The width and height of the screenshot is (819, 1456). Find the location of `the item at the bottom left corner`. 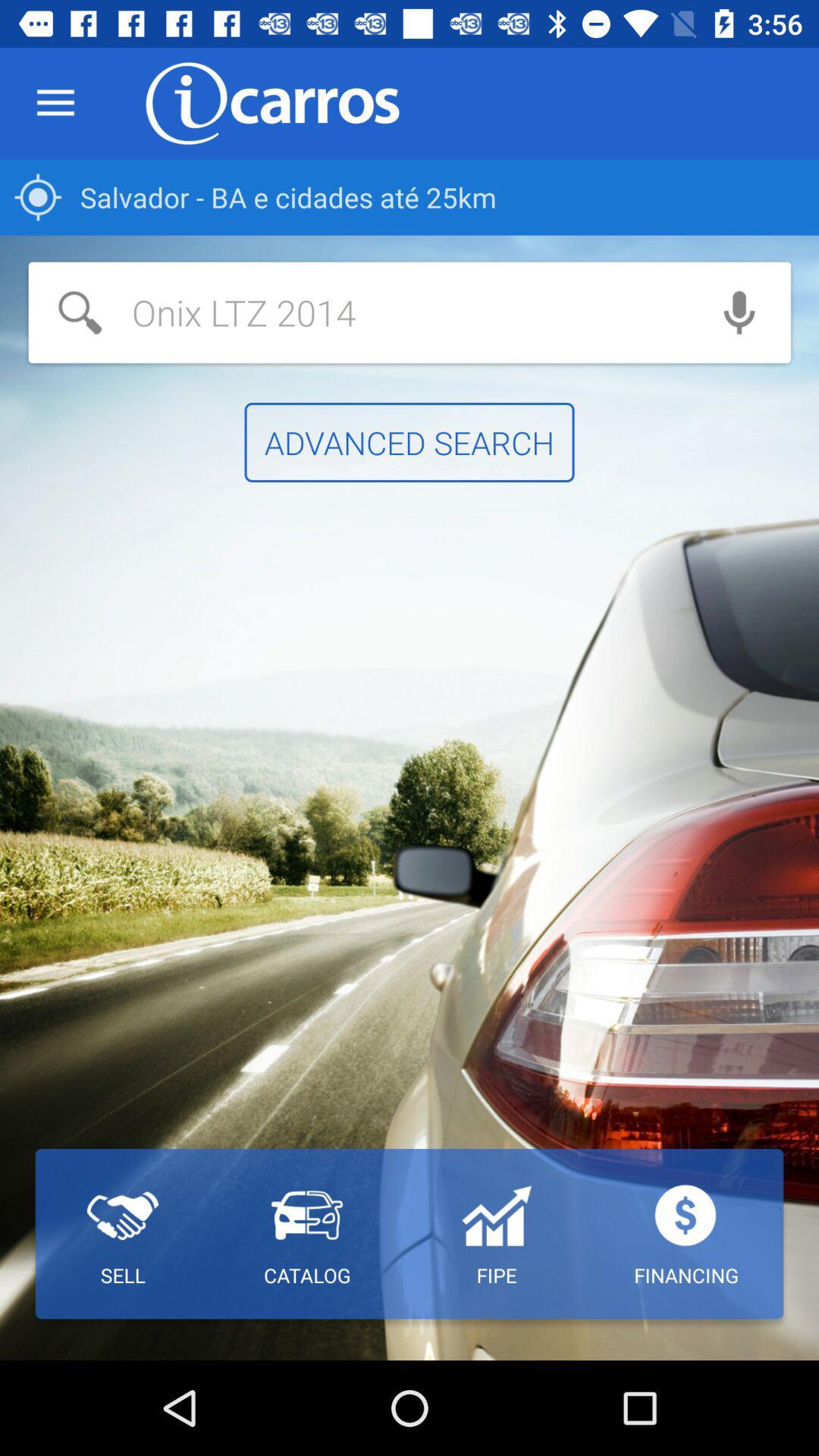

the item at the bottom left corner is located at coordinates (122, 1234).